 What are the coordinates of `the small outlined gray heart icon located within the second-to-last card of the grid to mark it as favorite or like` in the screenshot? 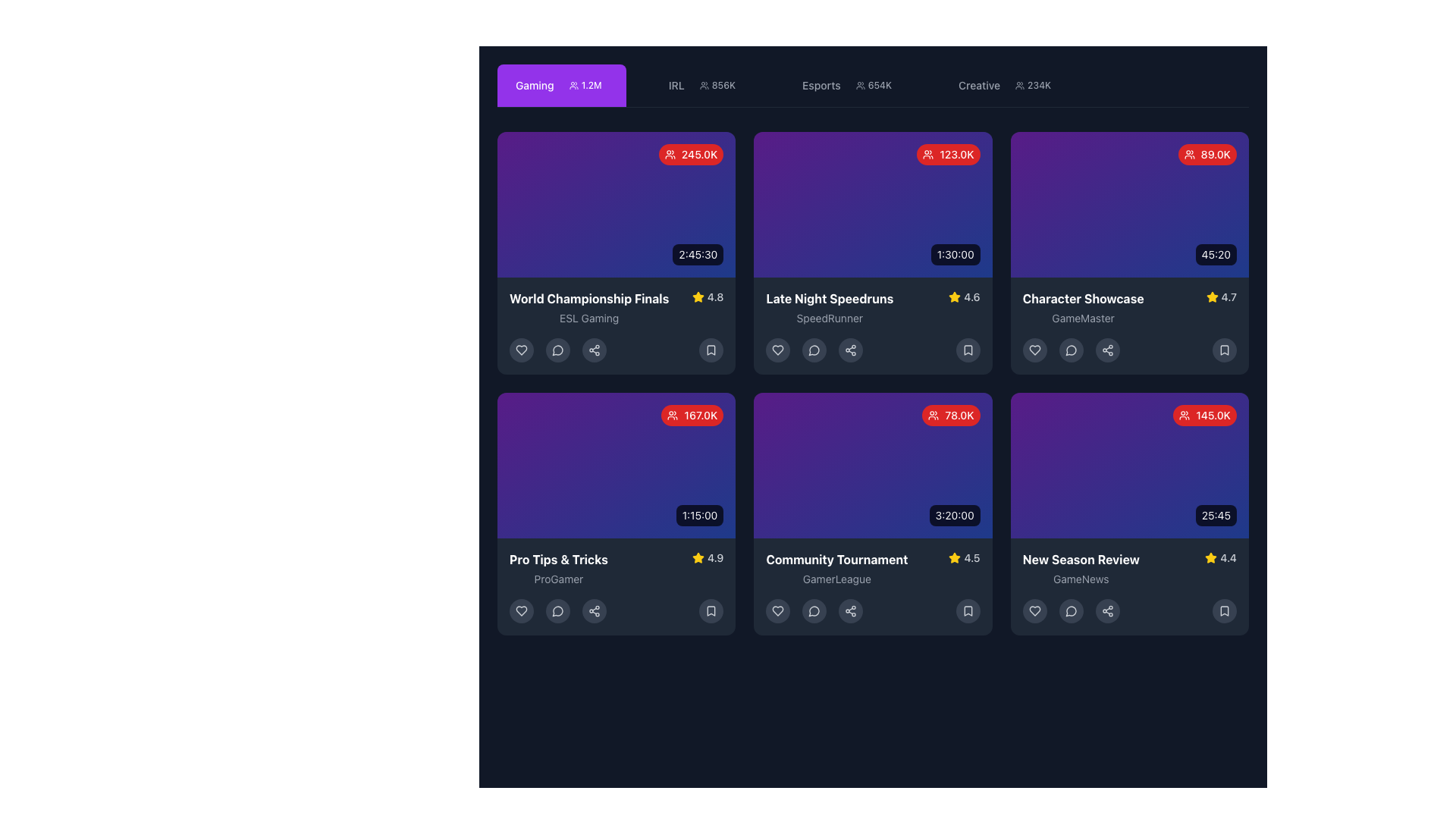 It's located at (778, 610).